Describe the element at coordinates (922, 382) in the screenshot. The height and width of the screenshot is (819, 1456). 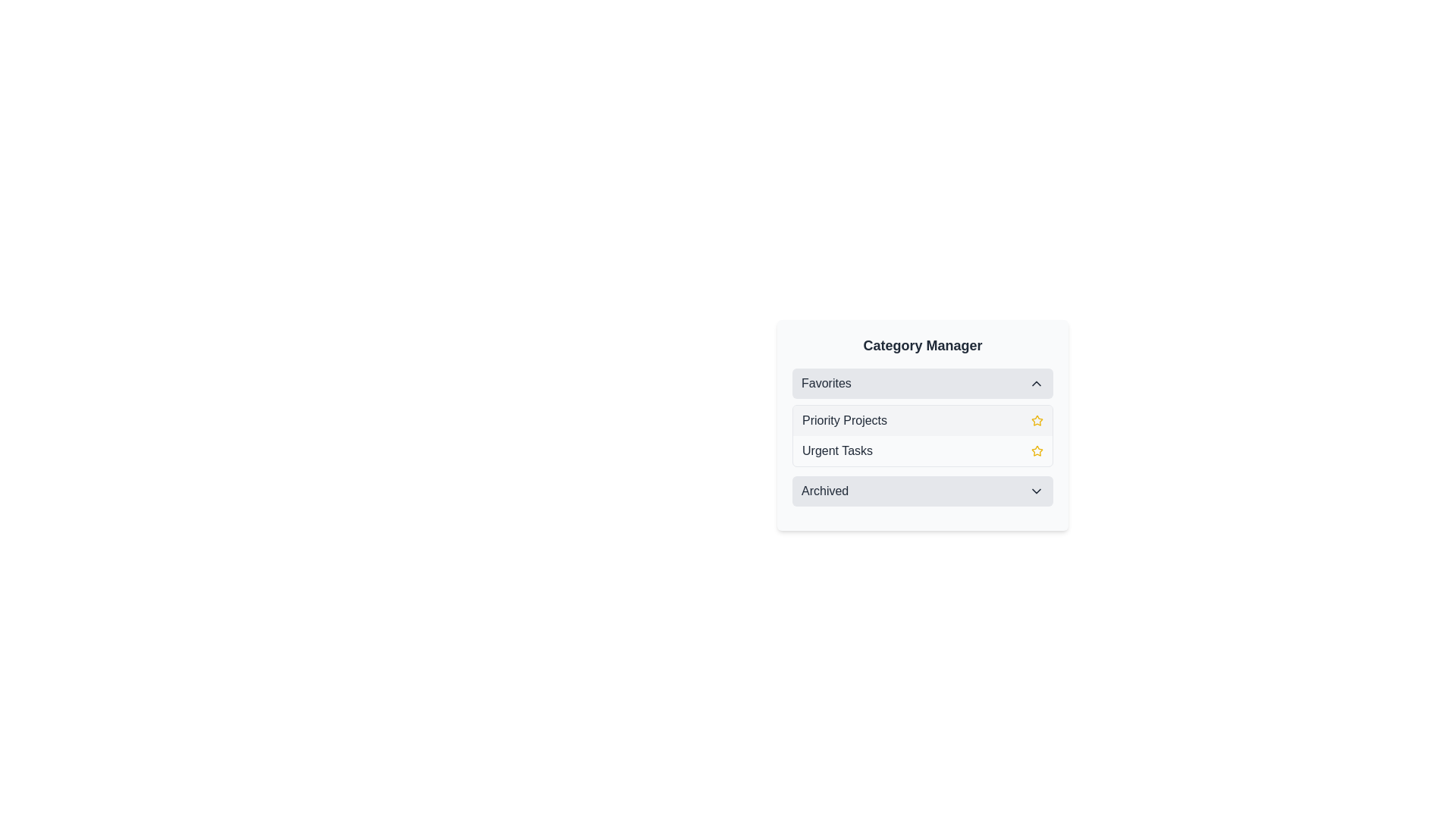
I see `the 'Favorites' button in the 'Category Manager' section` at that location.